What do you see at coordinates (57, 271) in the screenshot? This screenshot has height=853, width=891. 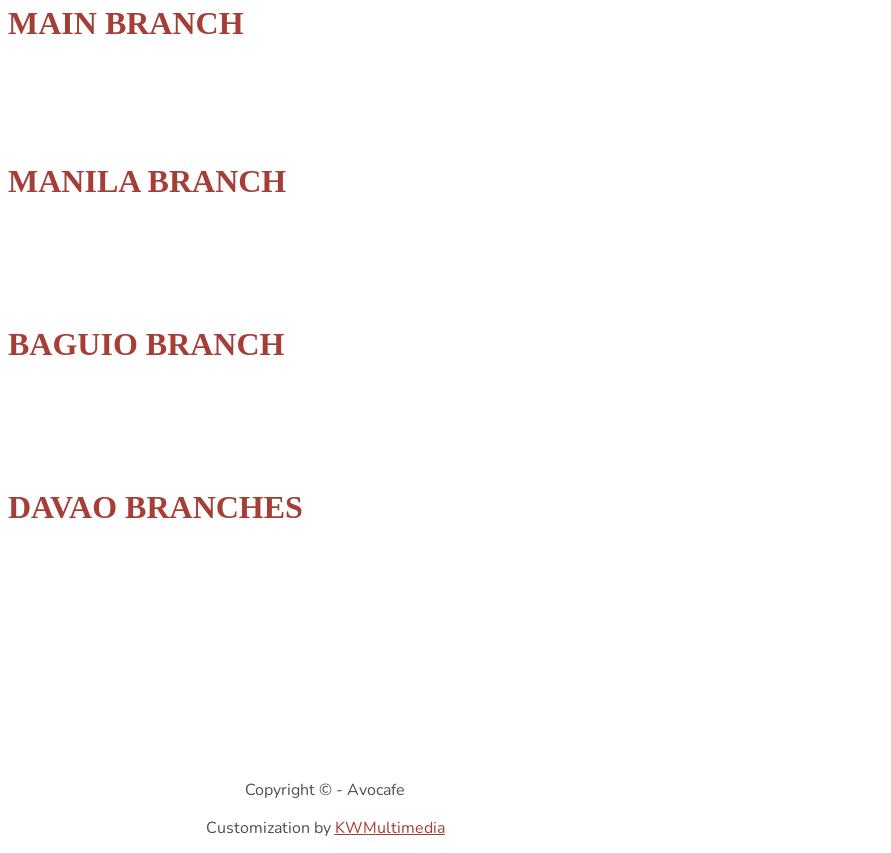 I see `'163 E. Mendiola,'` at bounding box center [57, 271].